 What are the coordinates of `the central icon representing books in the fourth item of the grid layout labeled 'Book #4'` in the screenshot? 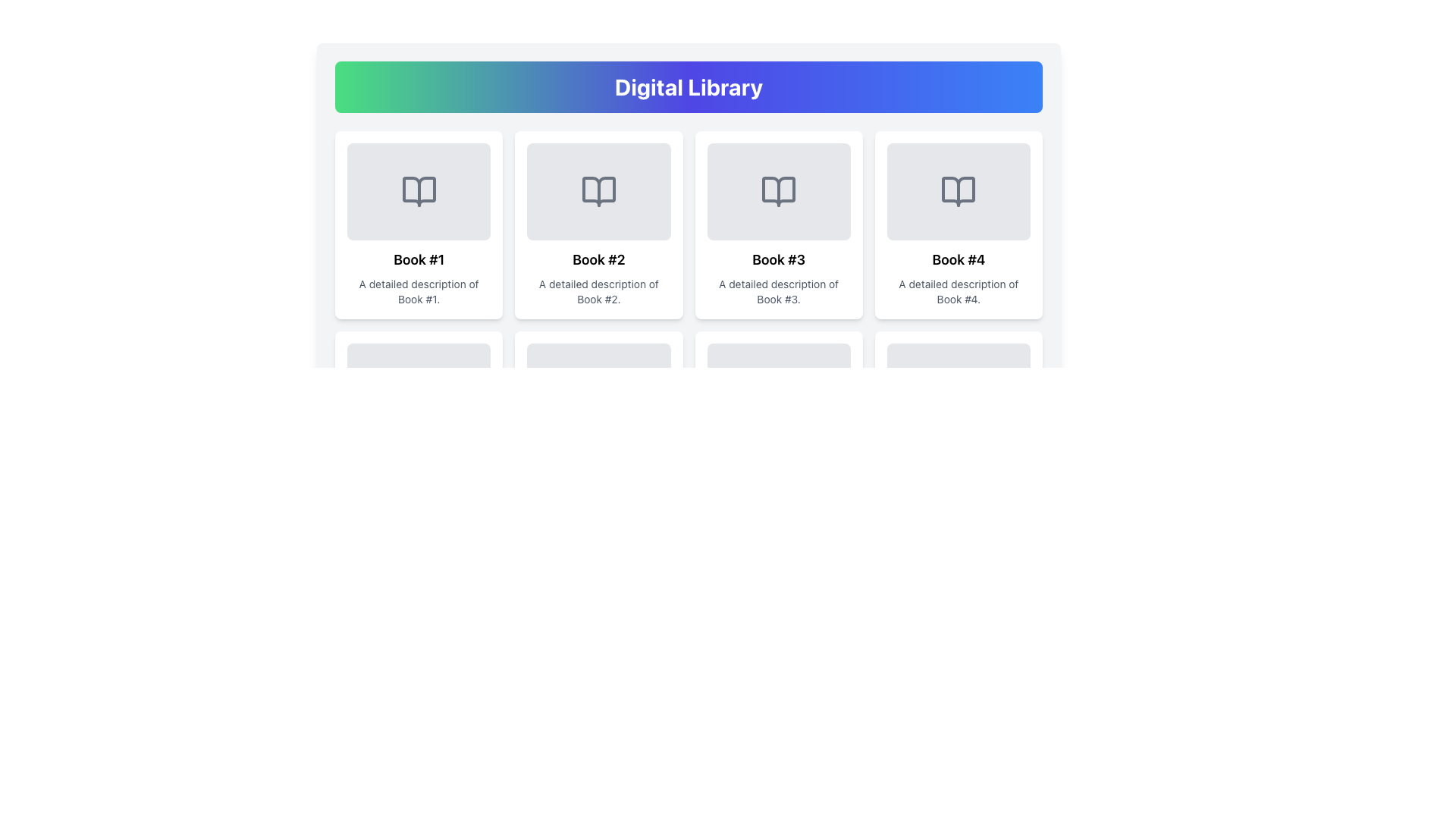 It's located at (958, 191).